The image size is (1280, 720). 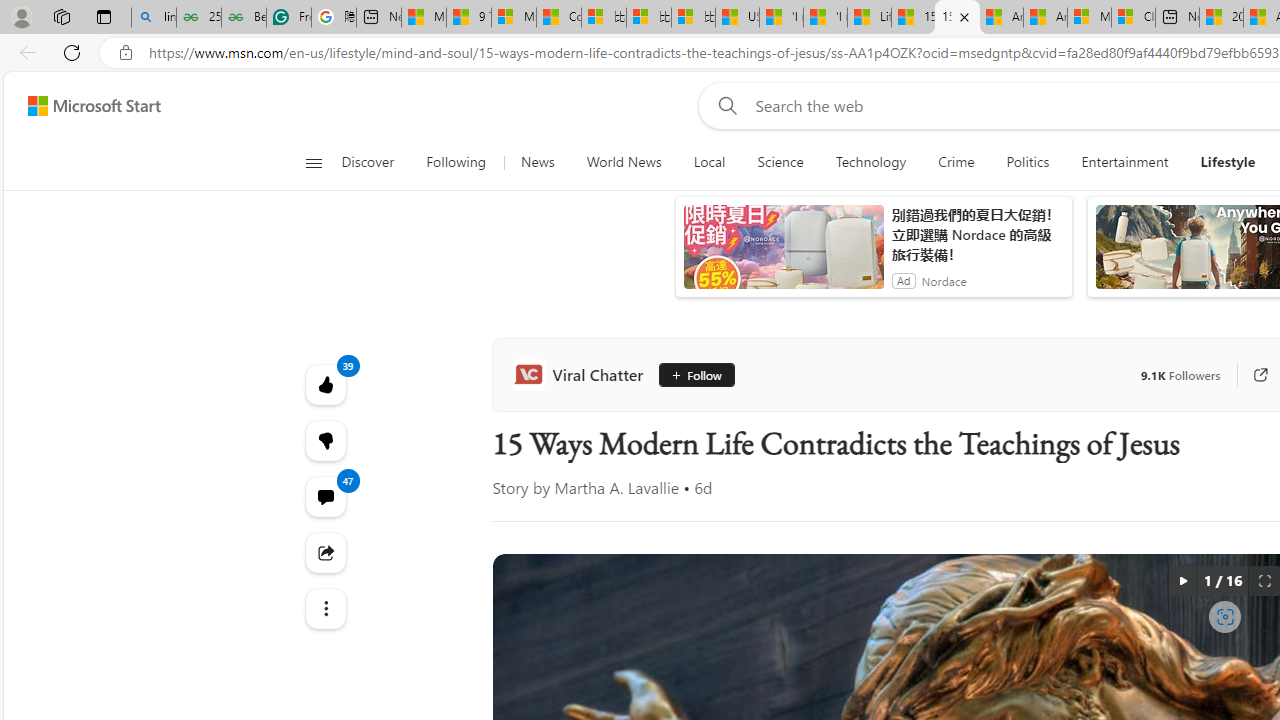 I want to click on 'Nordace', so click(x=943, y=280).